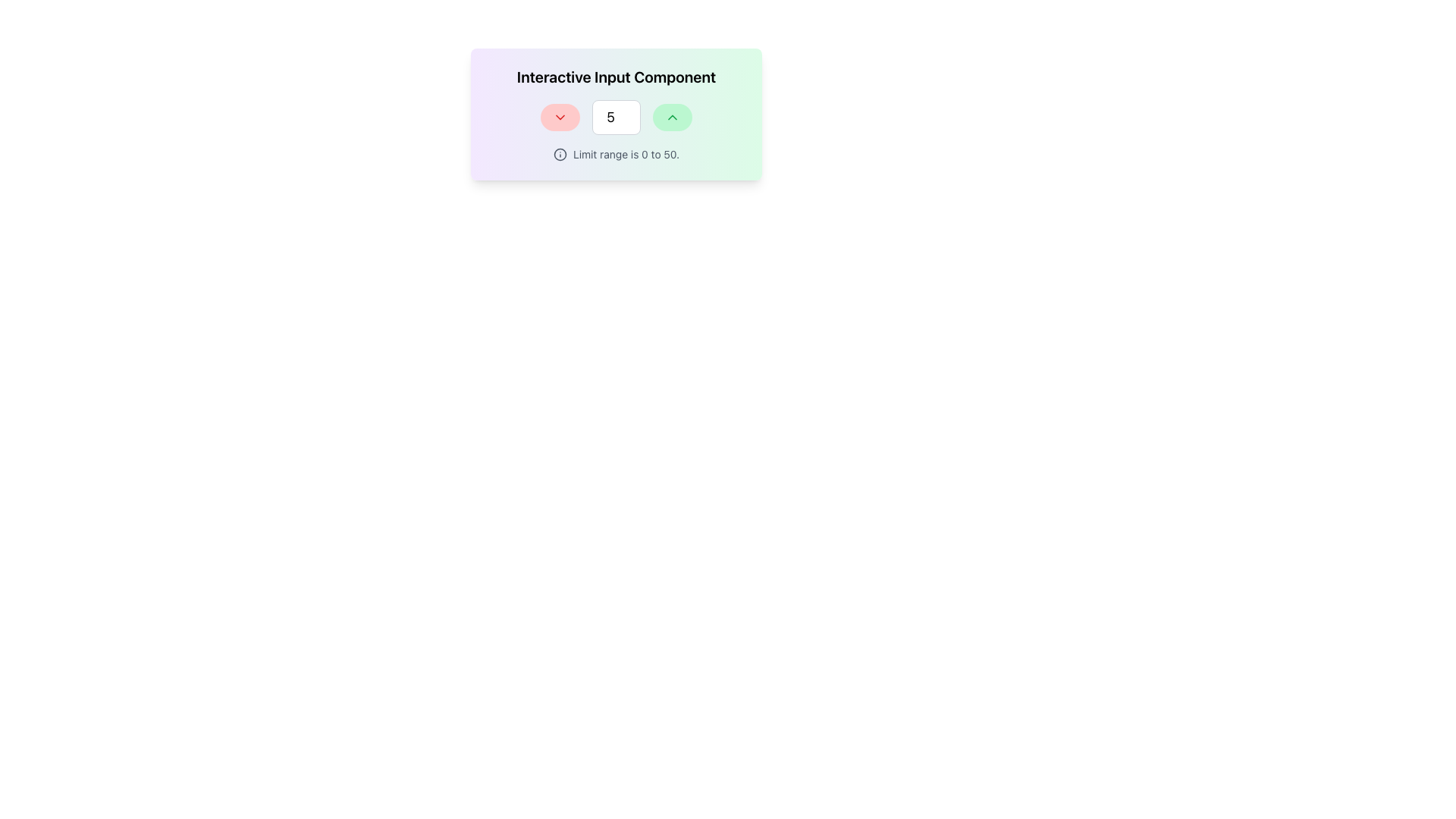  Describe the element at coordinates (560, 155) in the screenshot. I see `the circular SVG icon with a stylized letter 'i' indicating an information symbol, located at the center left of the text 'Limit range is 0 to 50.'` at that location.